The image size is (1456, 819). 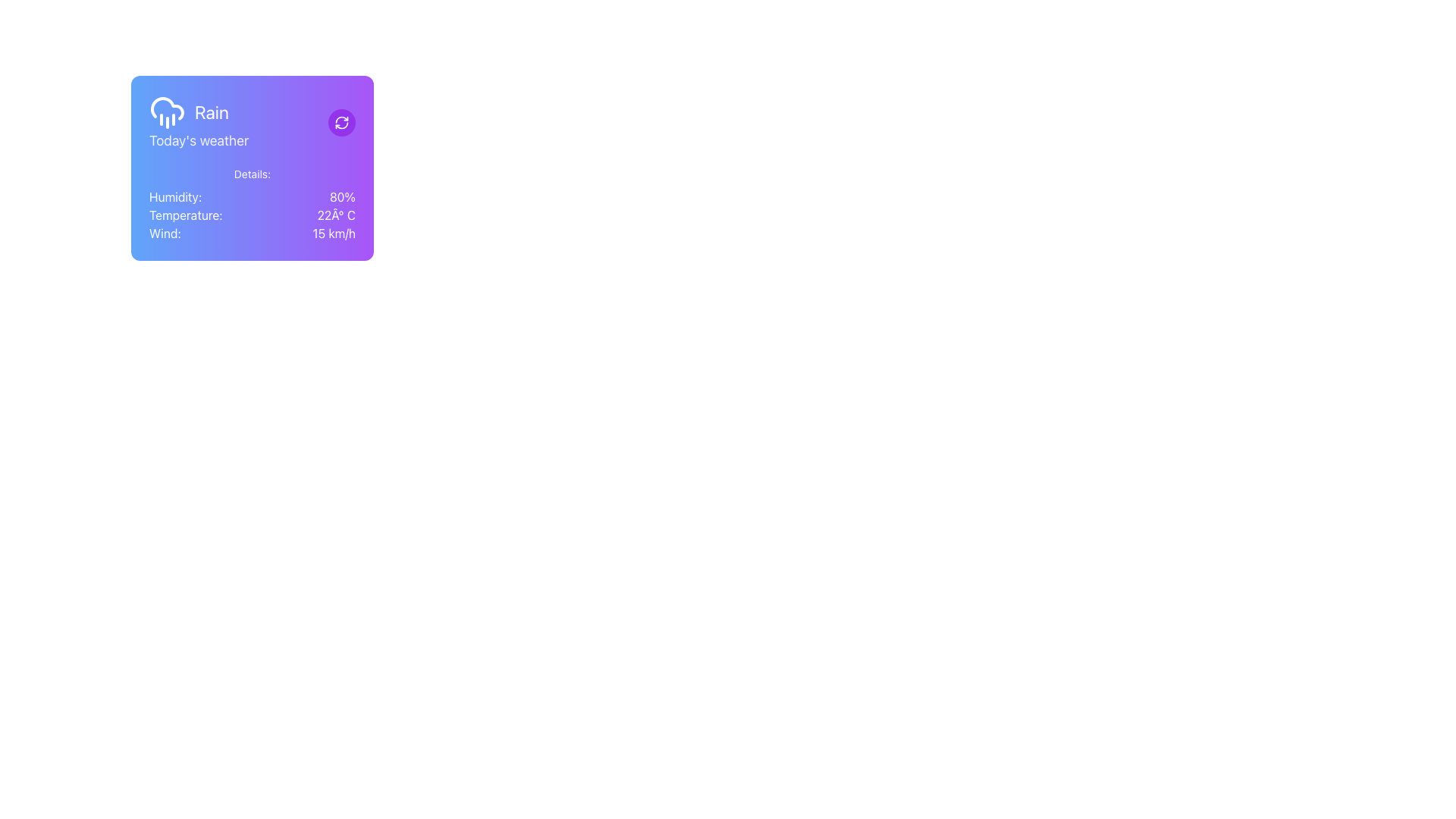 What do you see at coordinates (341, 196) in the screenshot?
I see `the text label displaying '80%' which is on the right side of the 'Humidity:' text within a purple card containing weather details` at bounding box center [341, 196].